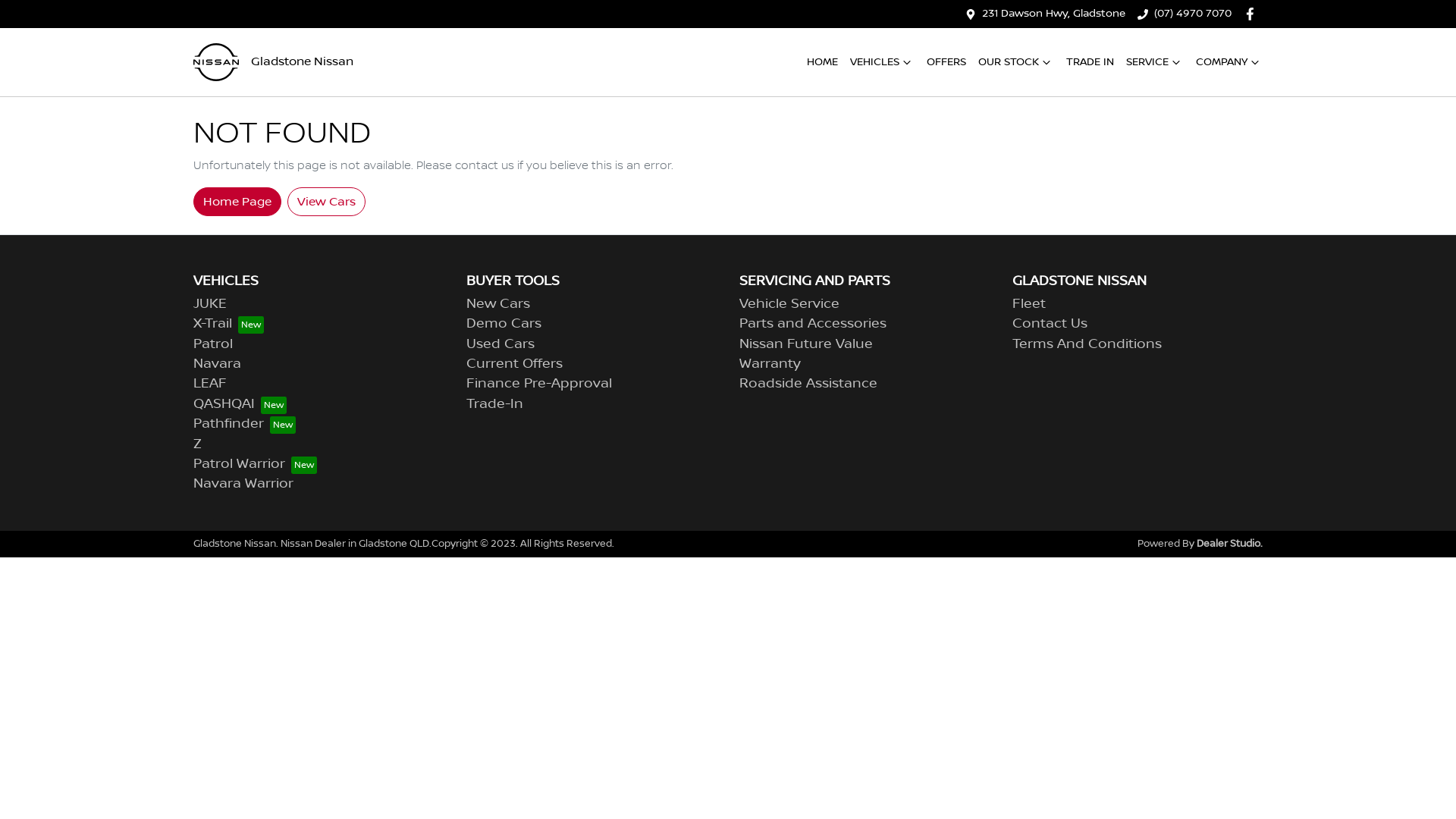 This screenshot has width=1456, height=819. Describe the element at coordinates (255, 463) in the screenshot. I see `'Patrol Warrior'` at that location.